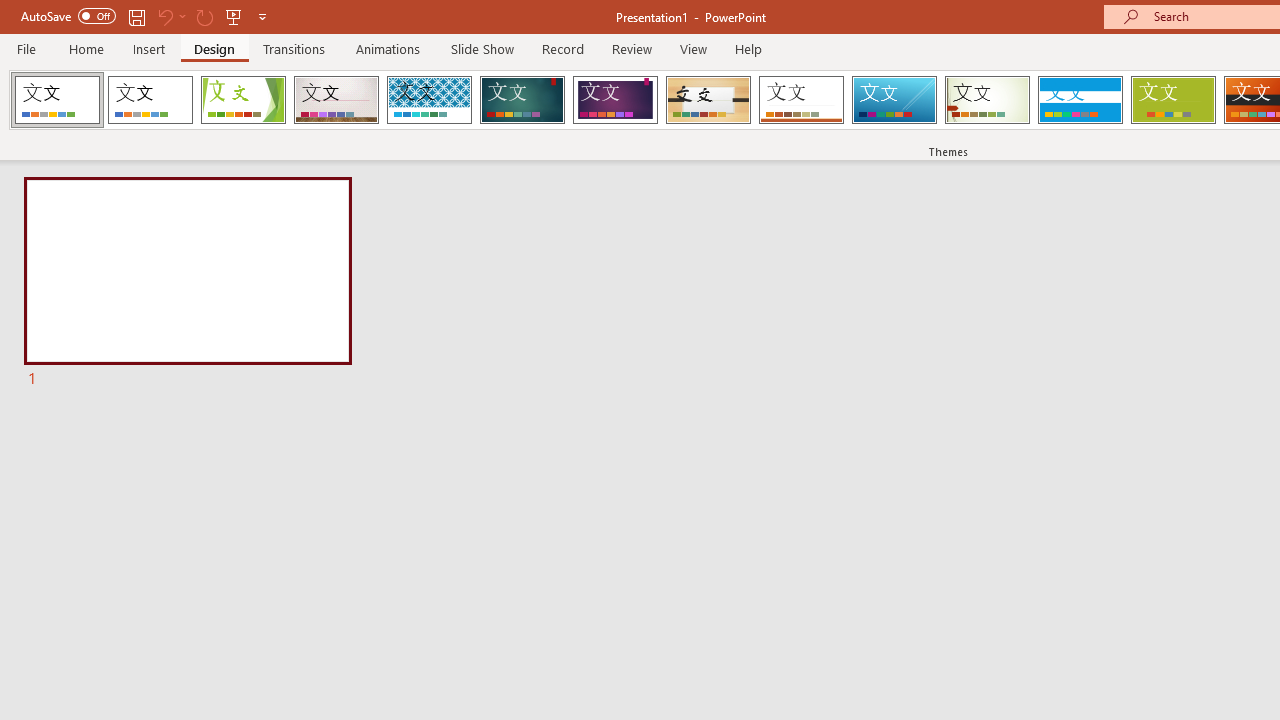 The height and width of the screenshot is (720, 1280). What do you see at coordinates (428, 100) in the screenshot?
I see `'Integral Loading Preview...'` at bounding box center [428, 100].